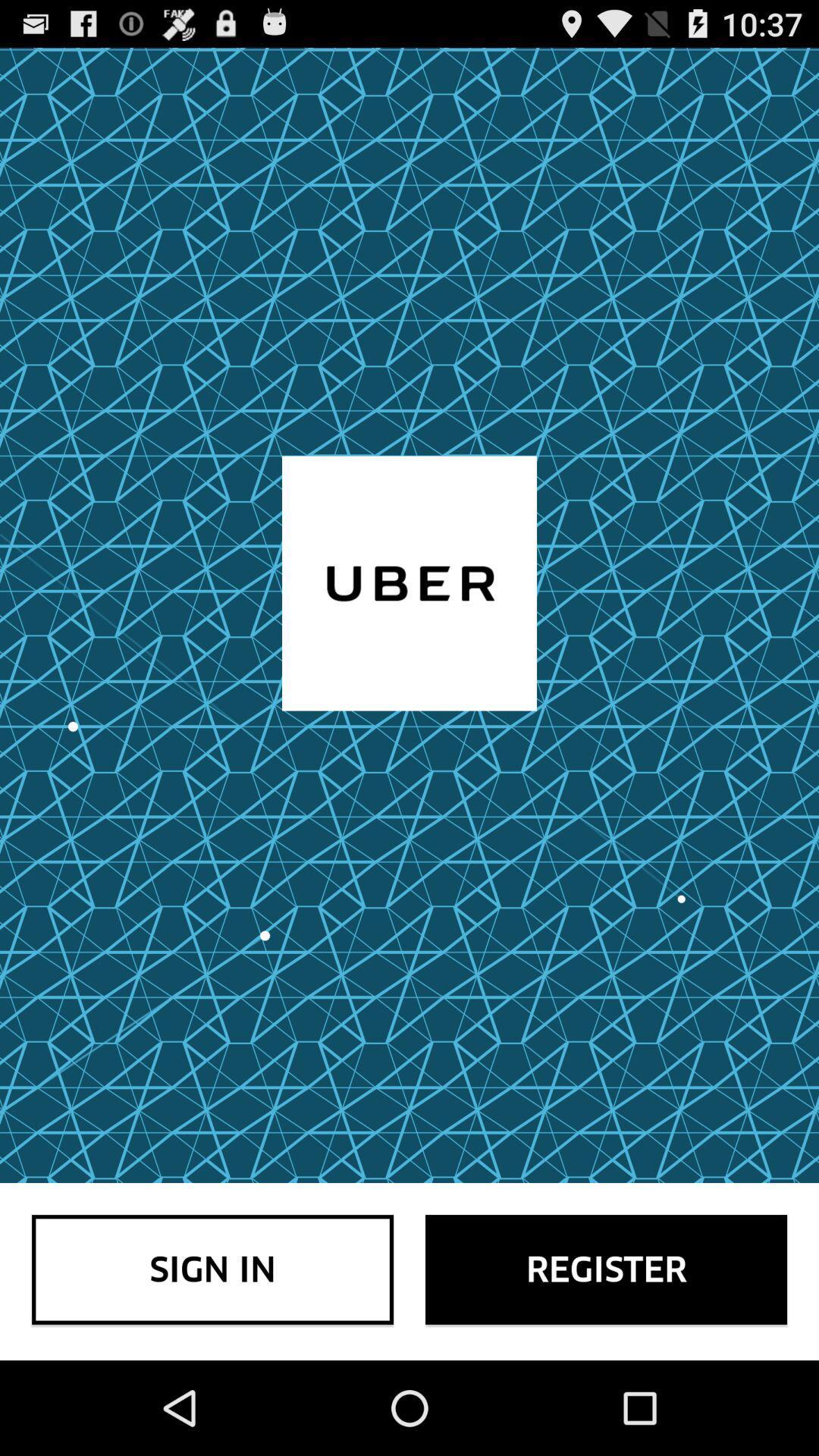 This screenshot has width=819, height=1456. Describe the element at coordinates (605, 1269) in the screenshot. I see `the icon to the right of the sign in item` at that location.